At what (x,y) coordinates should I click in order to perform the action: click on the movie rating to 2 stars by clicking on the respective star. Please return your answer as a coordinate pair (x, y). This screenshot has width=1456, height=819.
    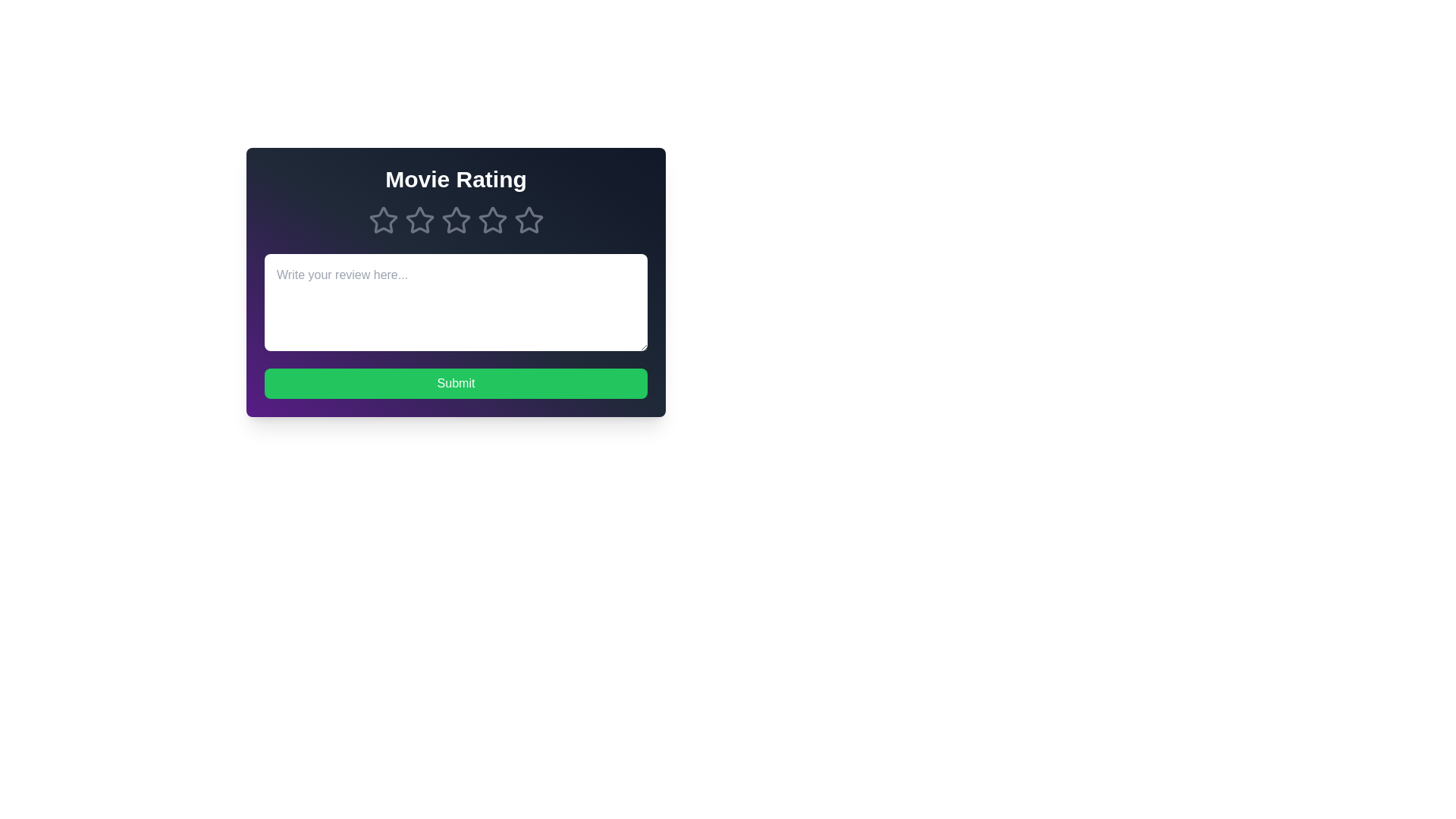
    Looking at the image, I should click on (419, 220).